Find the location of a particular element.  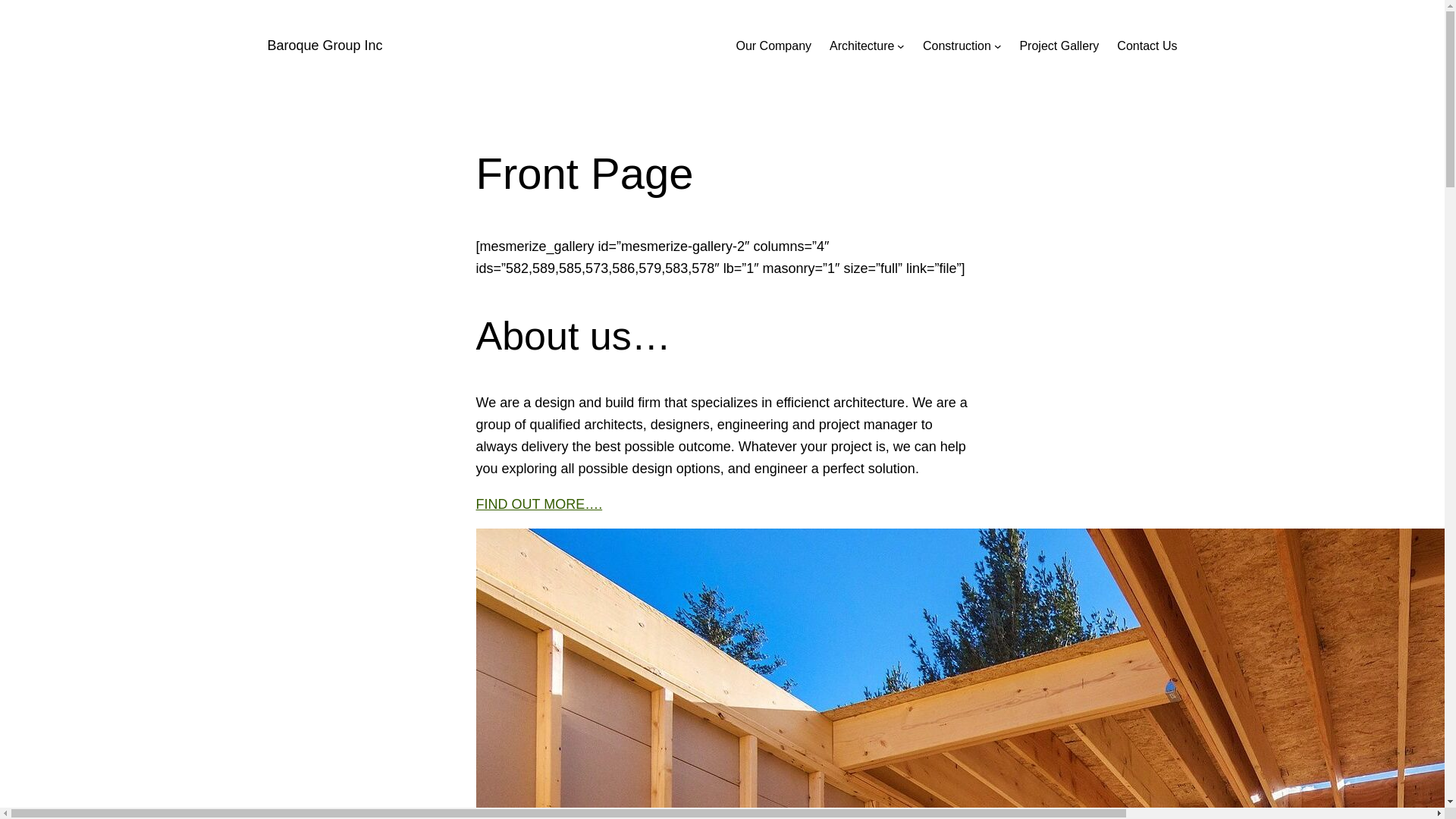

'Our Company' is located at coordinates (773, 45).